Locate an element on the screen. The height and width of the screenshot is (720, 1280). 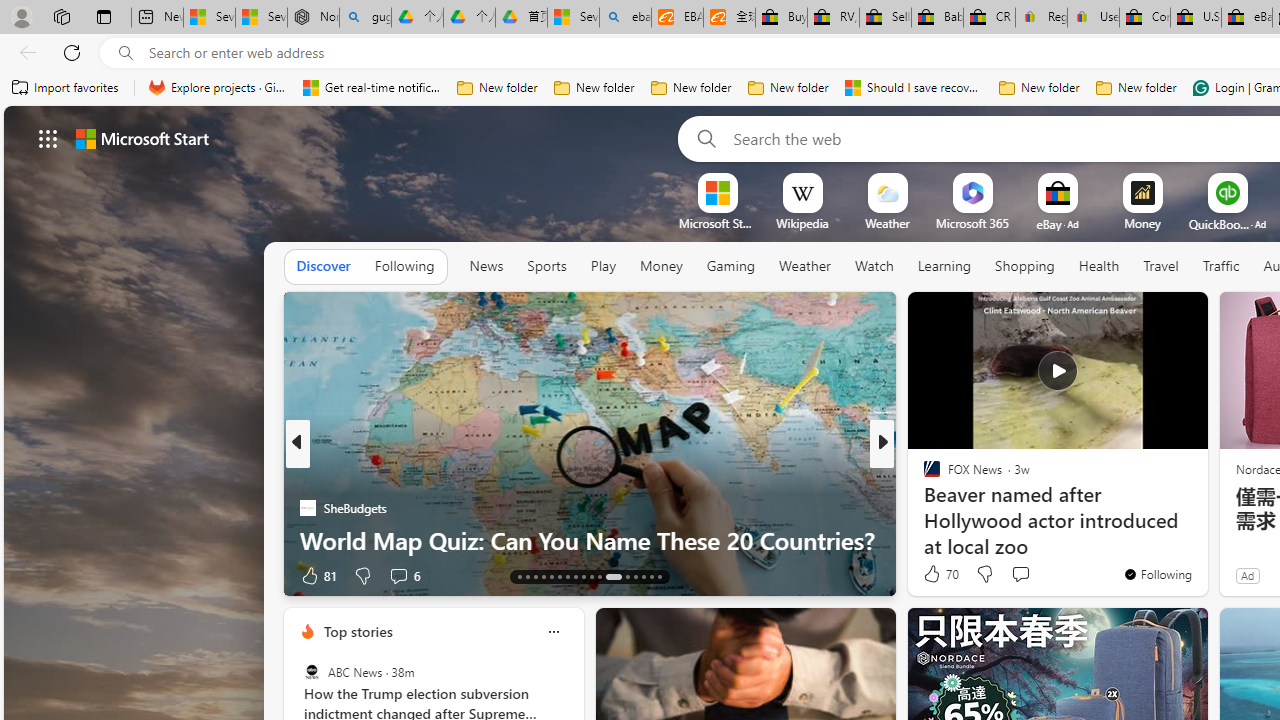
'AutomationID: tab-15' is located at coordinates (535, 577).